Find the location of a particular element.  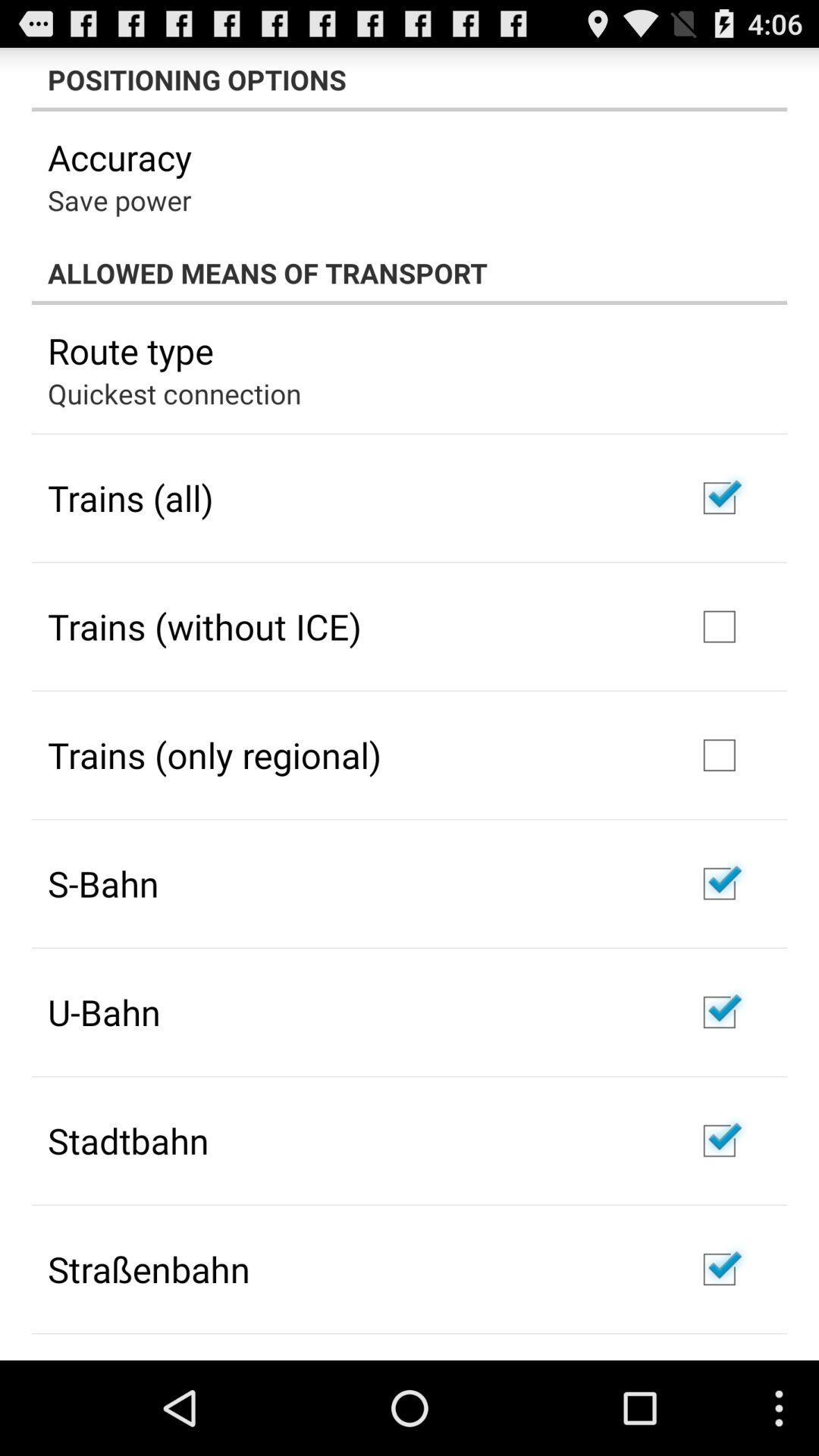

the app above stadtbahn app is located at coordinates (103, 1012).